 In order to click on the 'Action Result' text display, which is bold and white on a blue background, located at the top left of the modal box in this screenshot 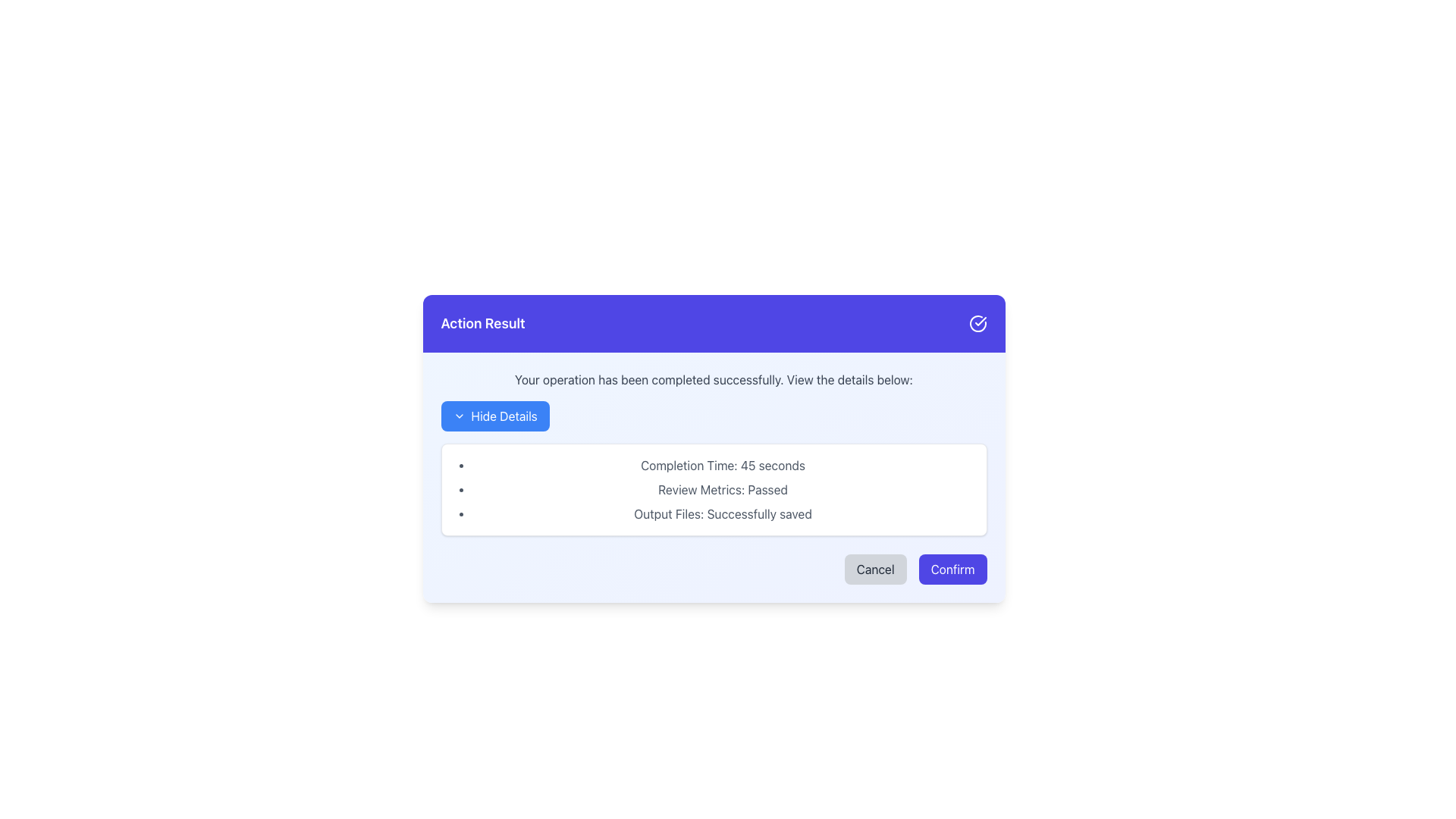, I will do `click(482, 323)`.